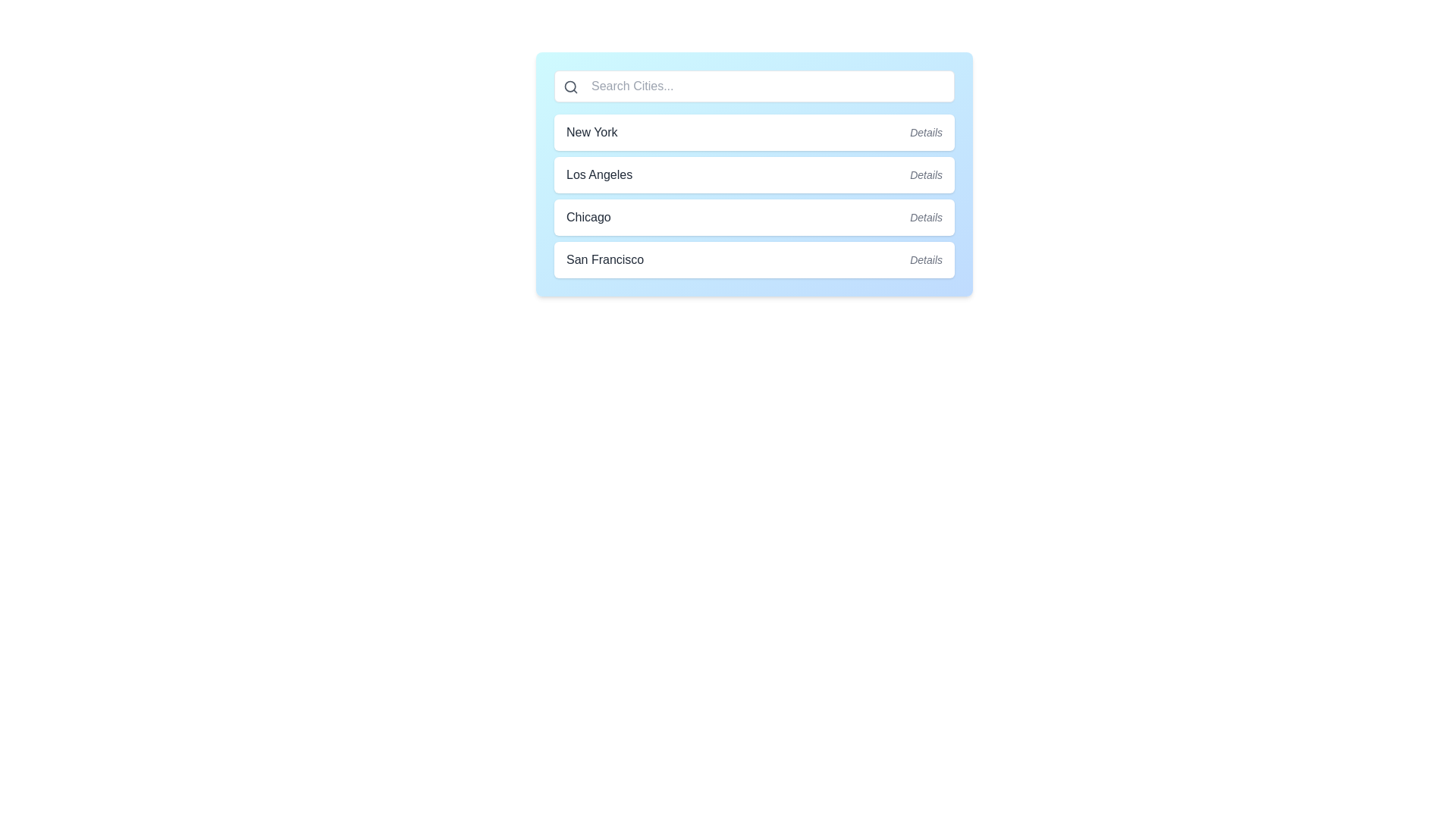 Image resolution: width=1456 pixels, height=819 pixels. Describe the element at coordinates (754, 174) in the screenshot. I see `the second row list item for 'Los Angeles'` at that location.